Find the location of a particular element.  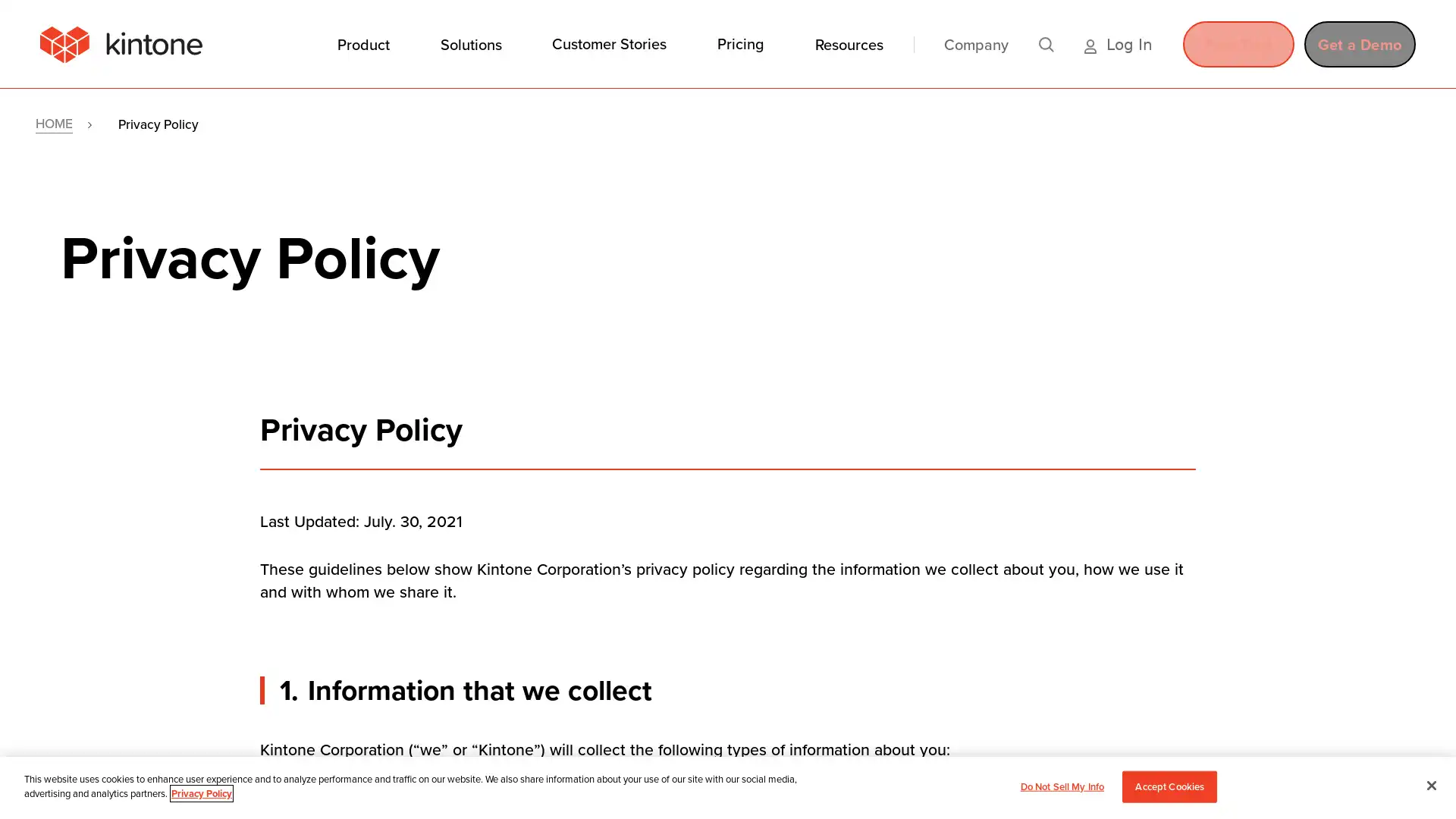

Accept Cookies is located at coordinates (1169, 786).